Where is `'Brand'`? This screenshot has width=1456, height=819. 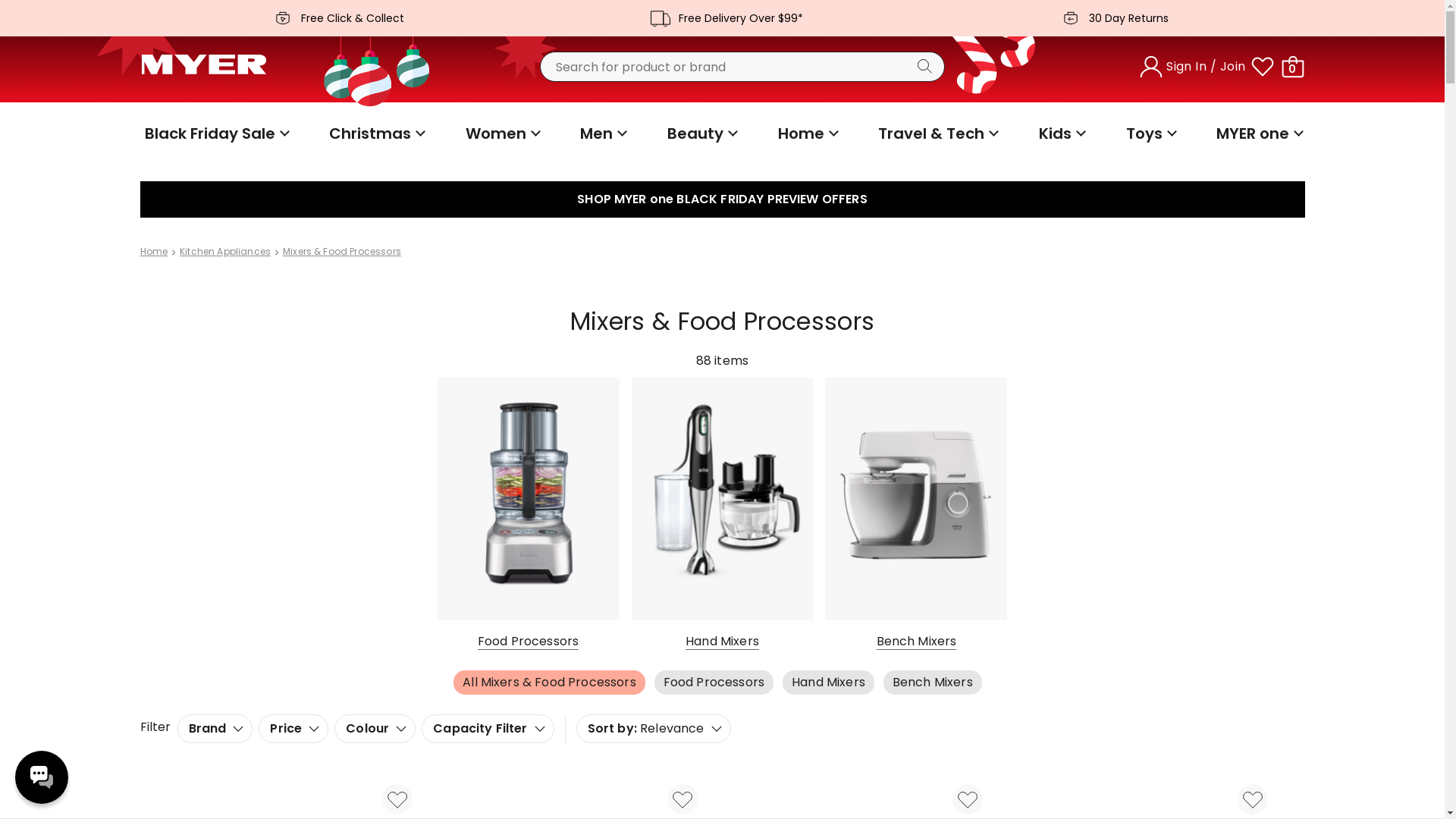
'Brand' is located at coordinates (214, 727).